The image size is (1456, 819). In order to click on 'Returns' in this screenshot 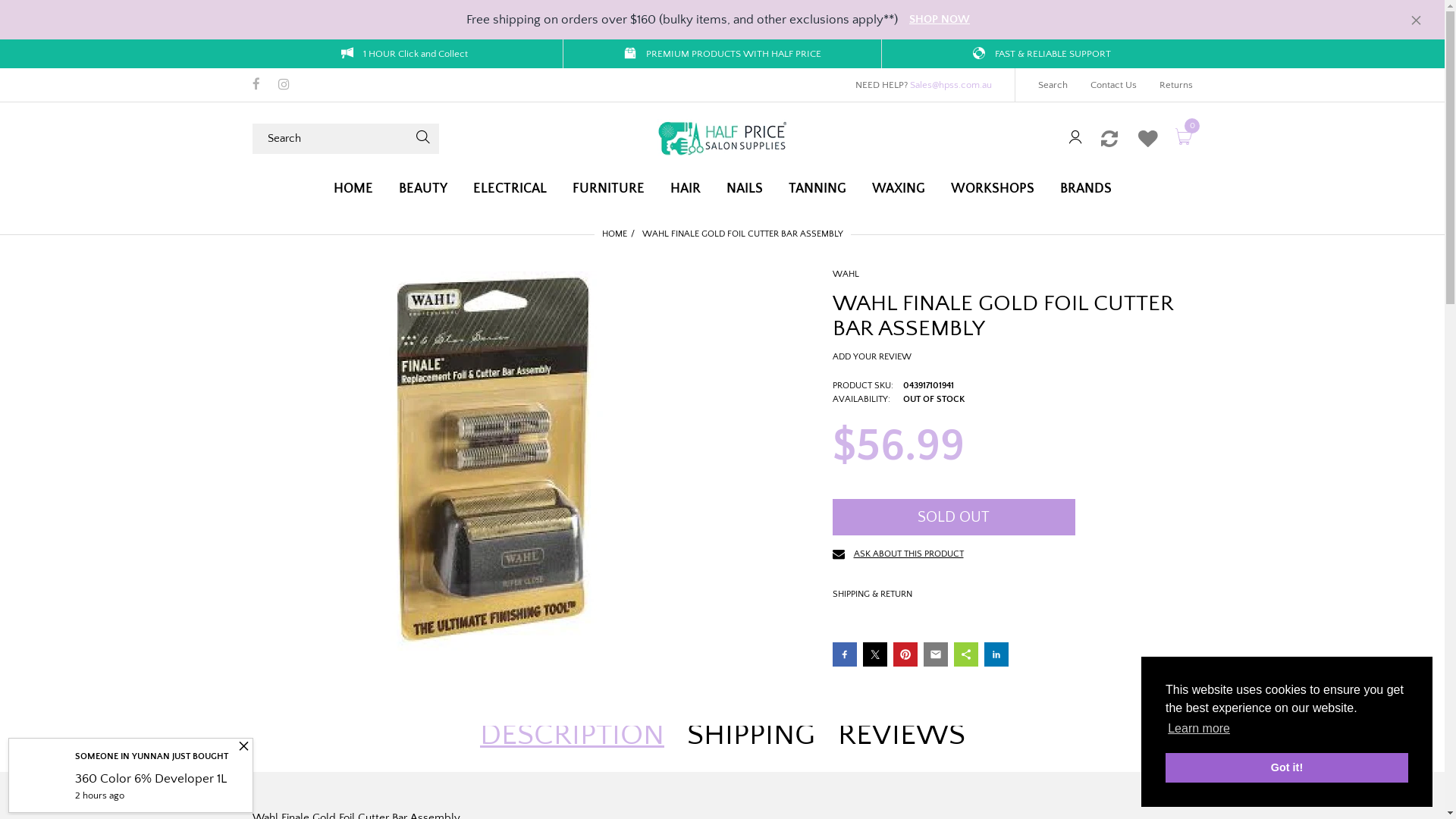, I will do `click(1157, 84)`.